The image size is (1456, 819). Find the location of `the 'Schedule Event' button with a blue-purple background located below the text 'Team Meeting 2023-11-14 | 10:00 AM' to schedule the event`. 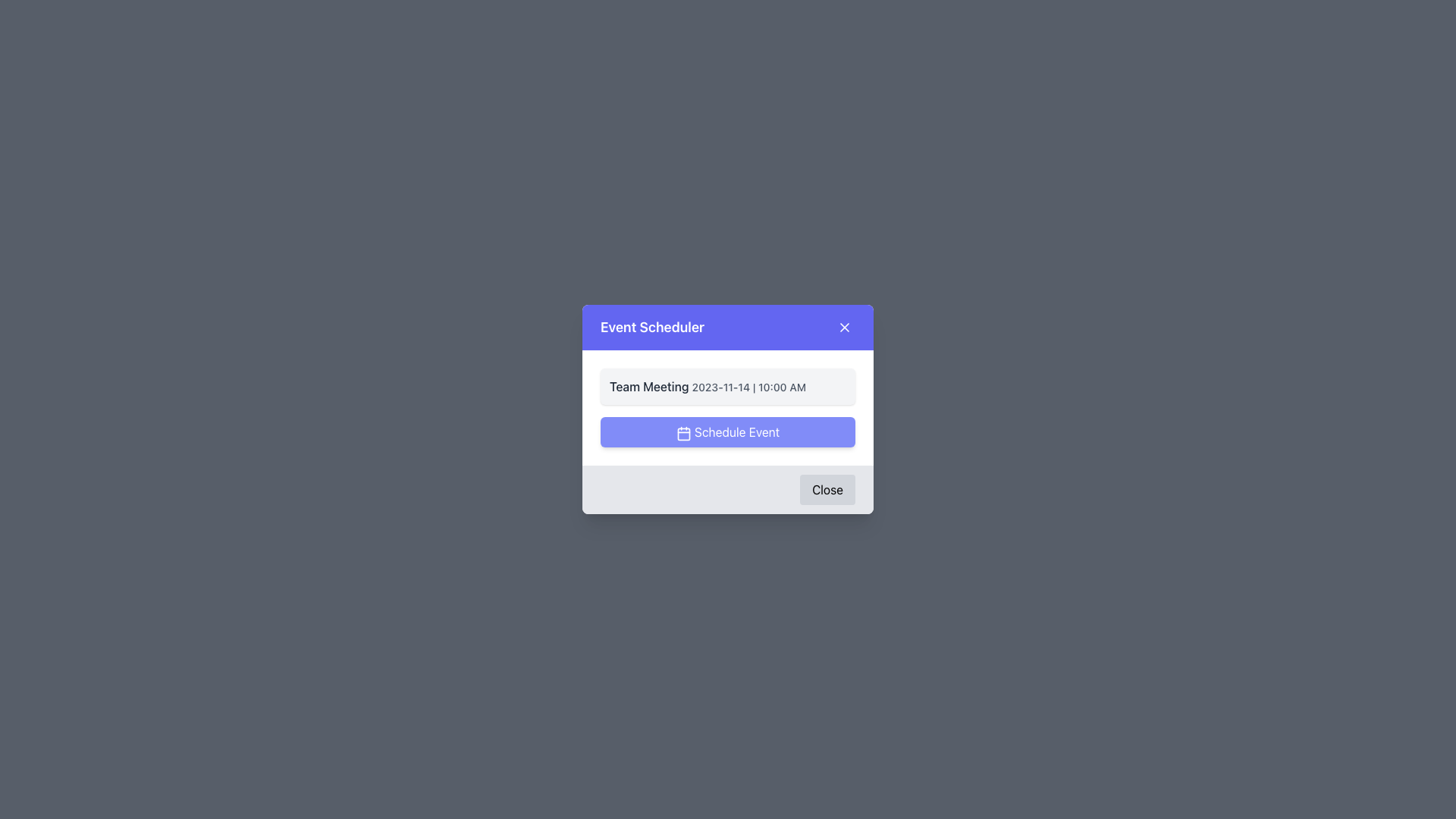

the 'Schedule Event' button with a blue-purple background located below the text 'Team Meeting 2023-11-14 | 10:00 AM' to schedule the event is located at coordinates (728, 432).